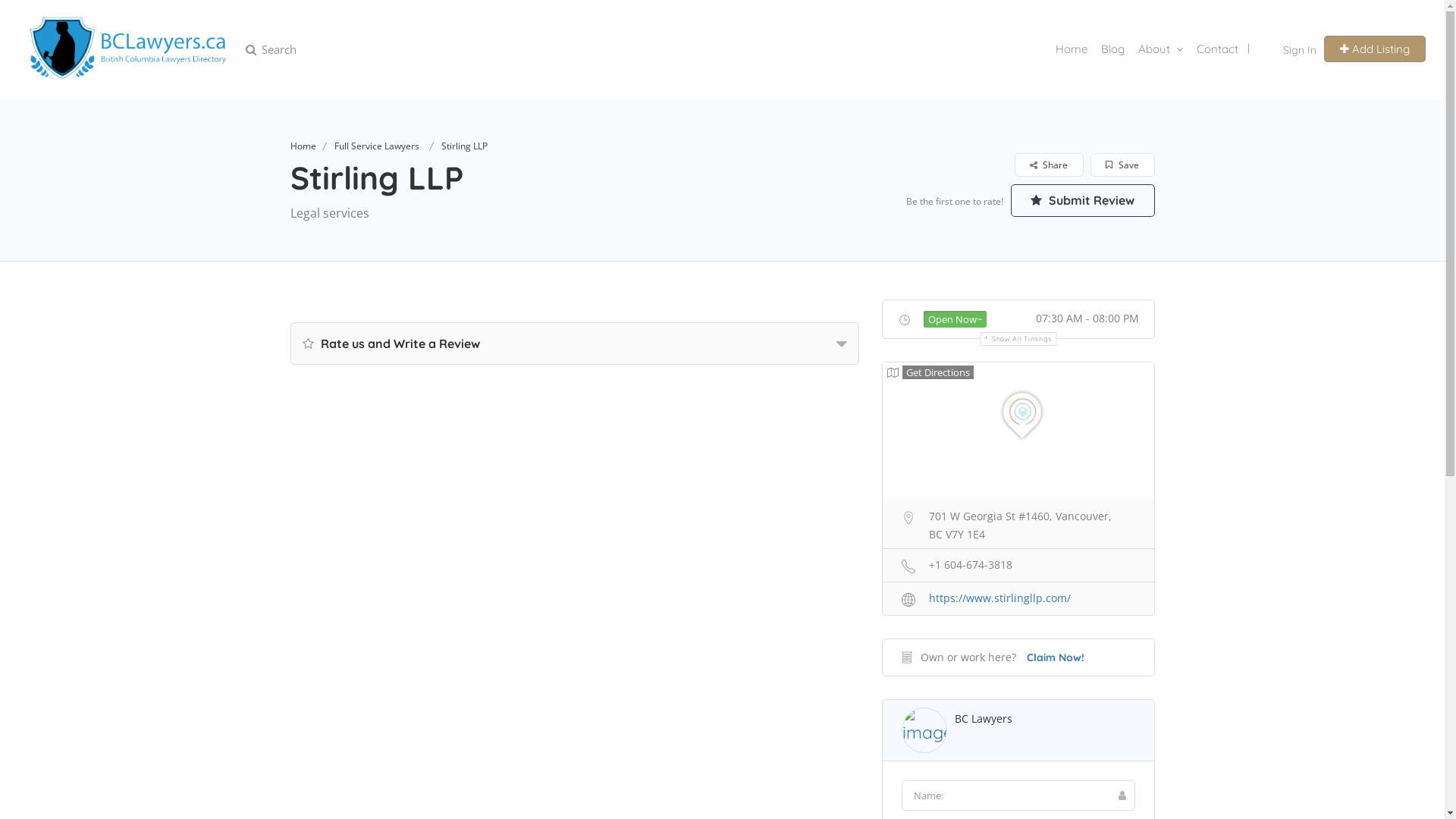 Image resolution: width=1456 pixels, height=819 pixels. What do you see at coordinates (1018, 522) in the screenshot?
I see `'701 W Georgia St #1460, Vancouver, BC V7Y 1E4'` at bounding box center [1018, 522].